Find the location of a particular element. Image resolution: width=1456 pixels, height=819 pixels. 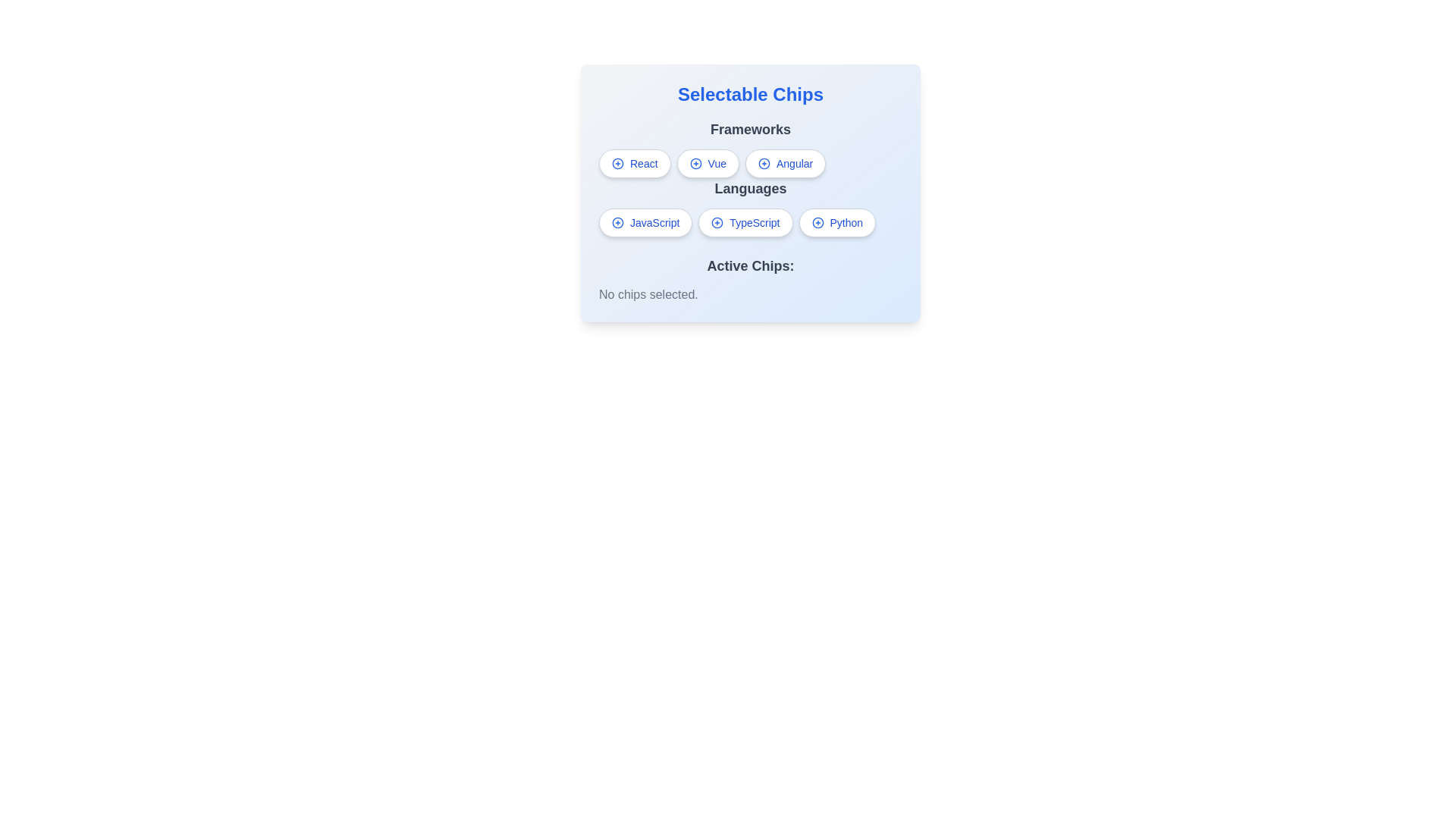

the blue circular icon with a plus sign (+) is located at coordinates (618, 164).